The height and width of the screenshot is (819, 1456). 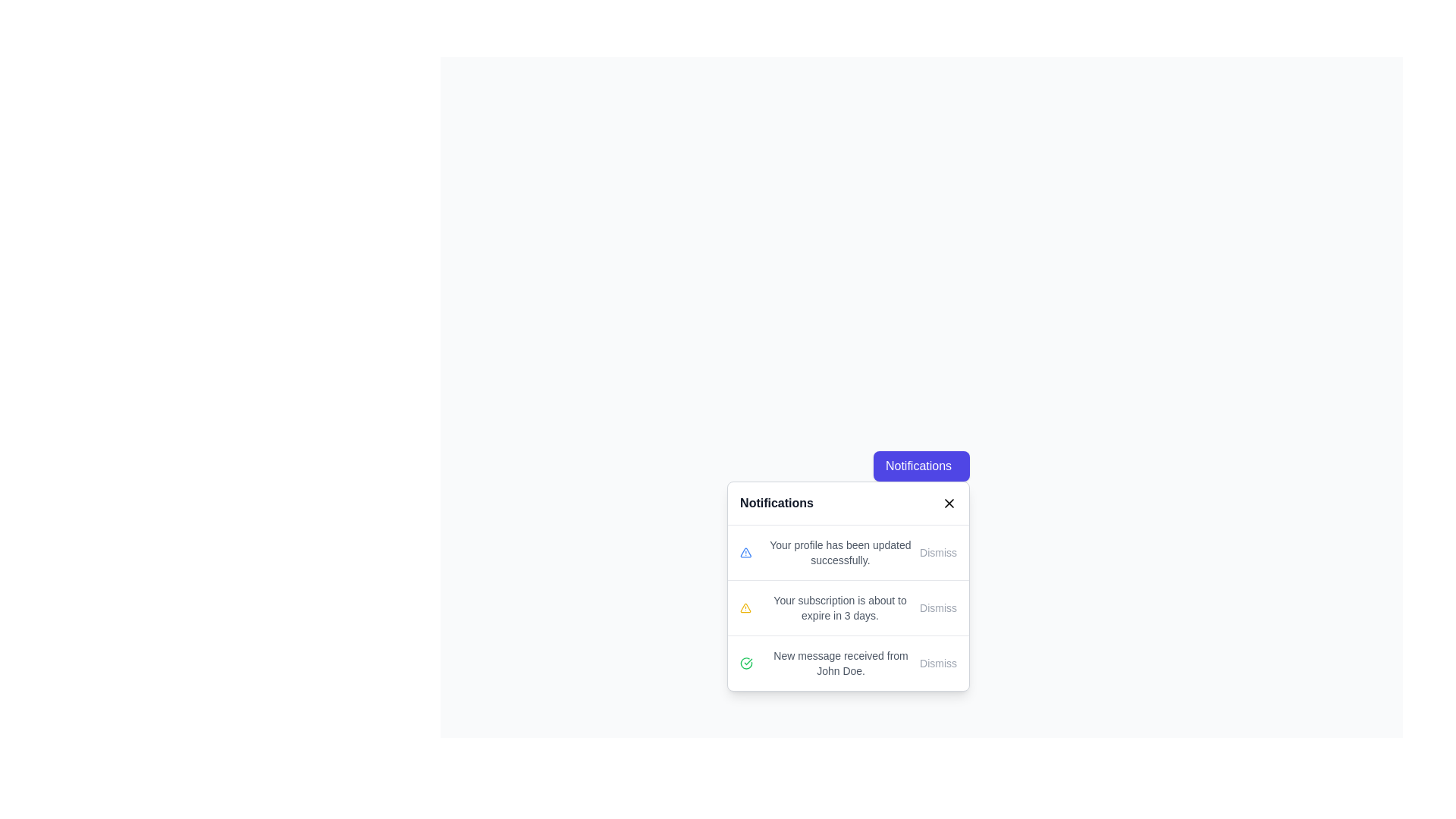 What do you see at coordinates (949, 503) in the screenshot?
I see `the dismiss or close button located in the top-right corner of the notification popup` at bounding box center [949, 503].